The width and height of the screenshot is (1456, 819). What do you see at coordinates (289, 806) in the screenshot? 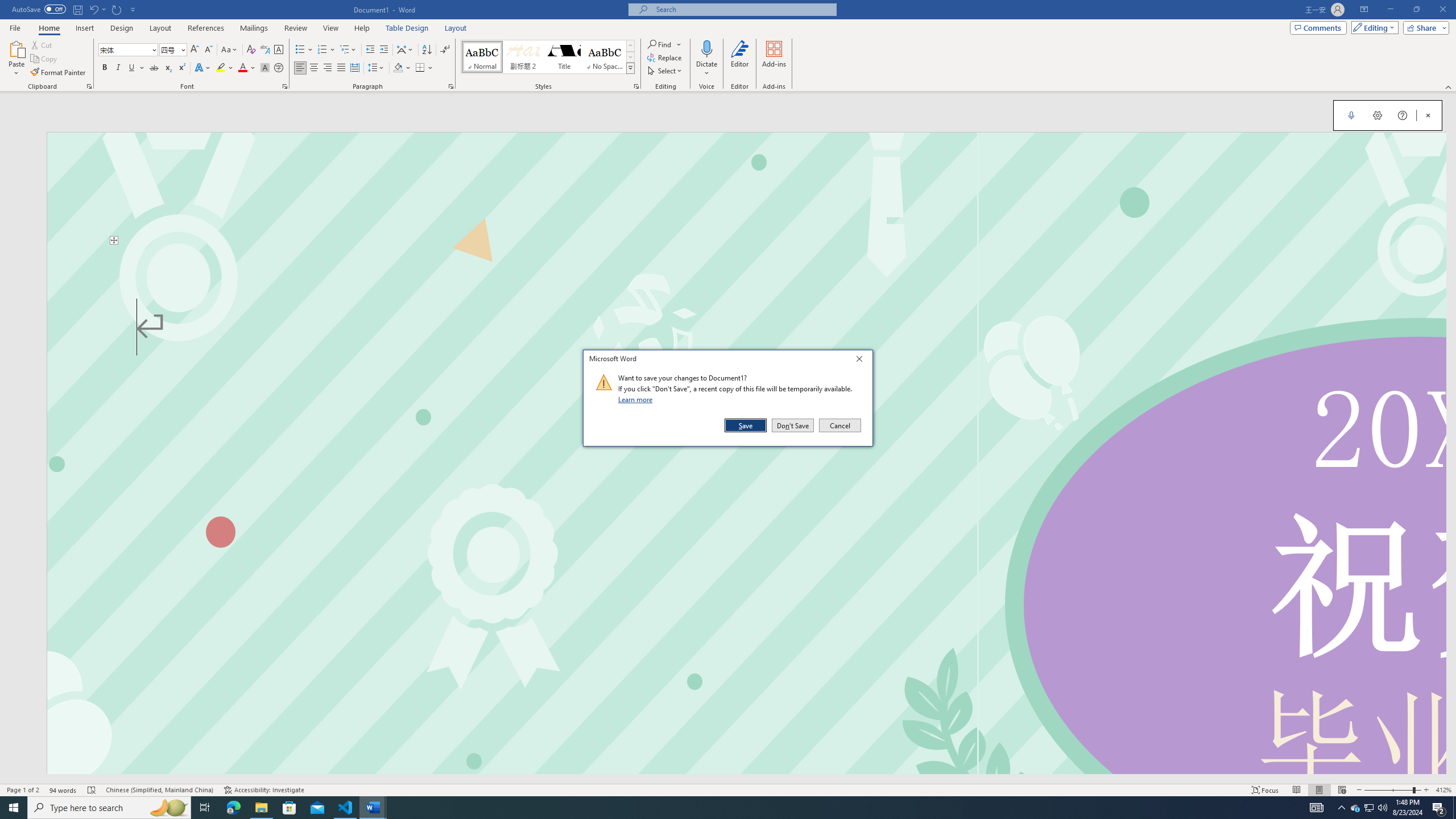
I see `'Microsoft Store'` at bounding box center [289, 806].